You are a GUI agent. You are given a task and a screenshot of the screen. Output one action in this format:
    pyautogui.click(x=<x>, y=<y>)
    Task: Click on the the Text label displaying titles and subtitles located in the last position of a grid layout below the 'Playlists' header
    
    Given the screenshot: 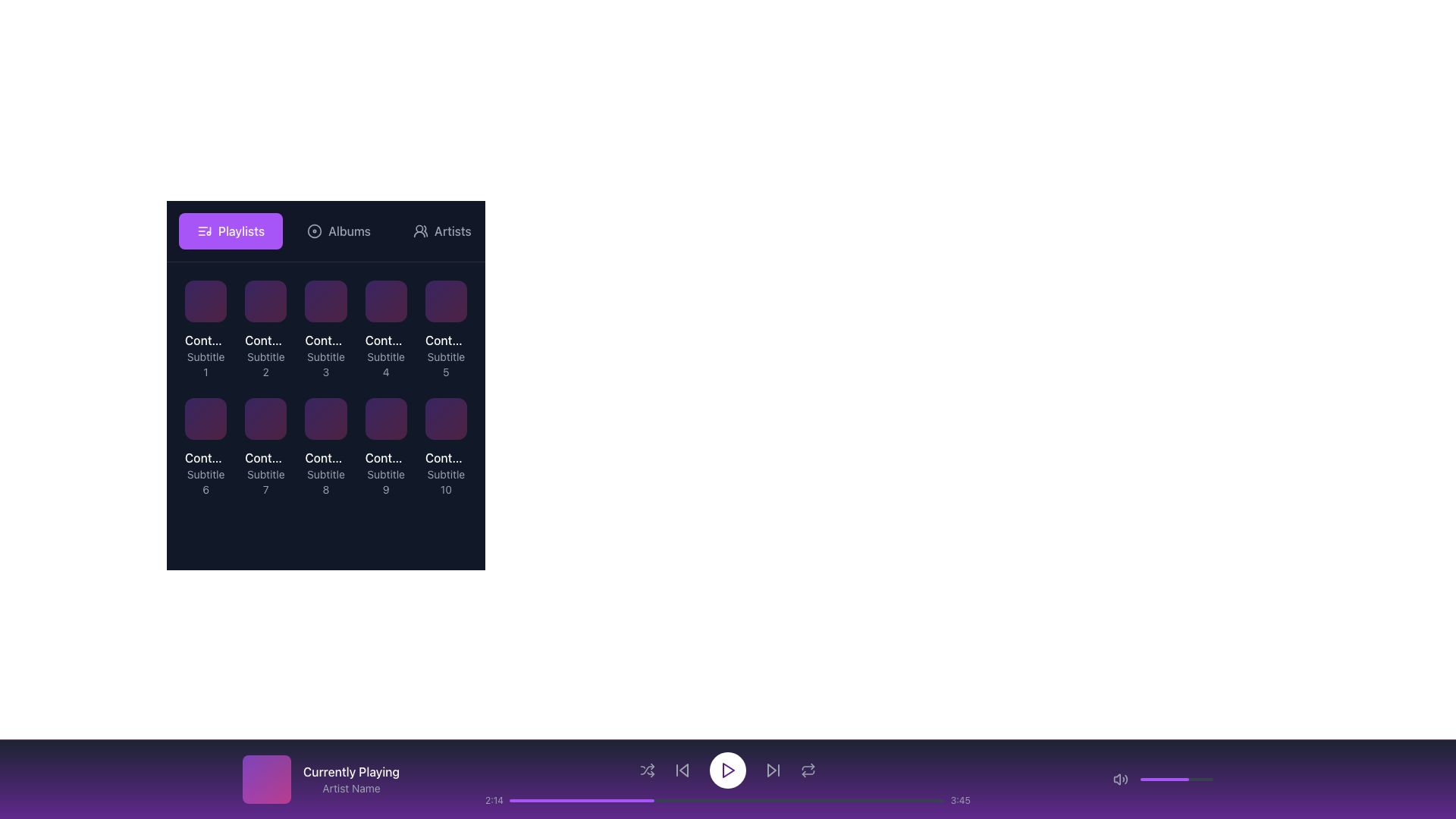 What is the action you would take?
    pyautogui.click(x=445, y=472)
    